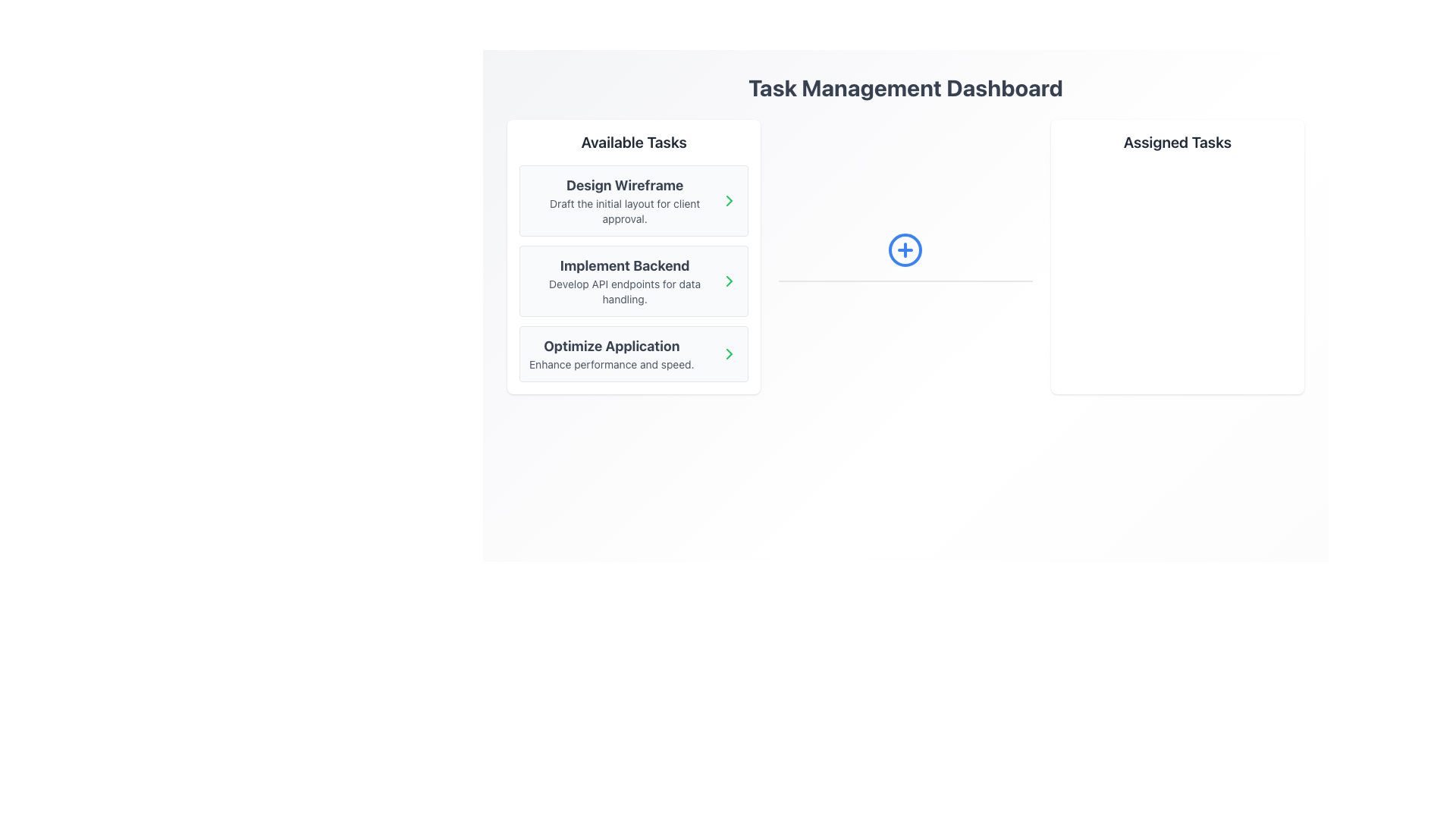 The height and width of the screenshot is (819, 1456). Describe the element at coordinates (634, 353) in the screenshot. I see `the Clickable List Item labeled 'Optimize Application'` at that location.